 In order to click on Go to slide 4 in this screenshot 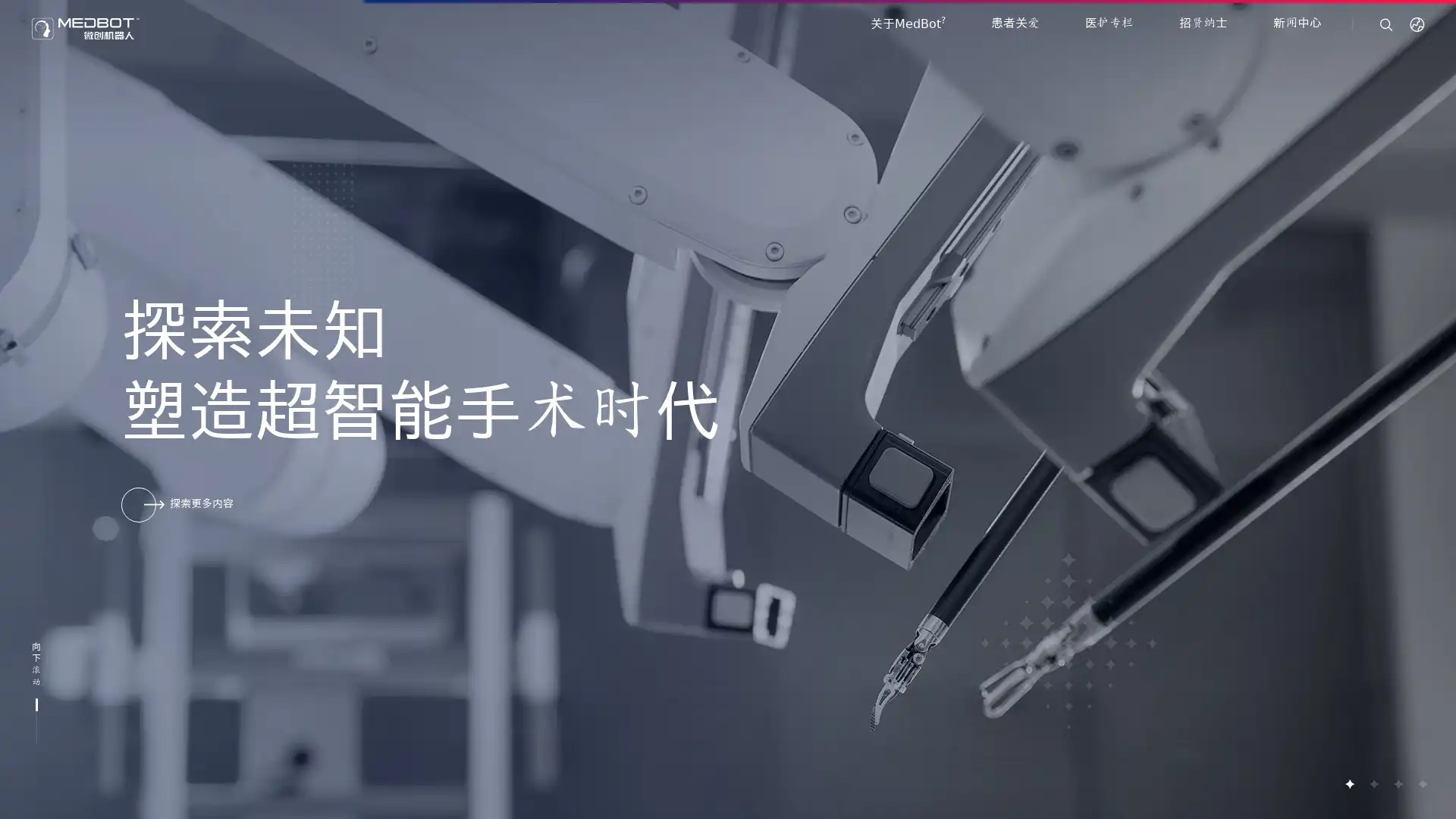, I will do `click(1421, 783)`.